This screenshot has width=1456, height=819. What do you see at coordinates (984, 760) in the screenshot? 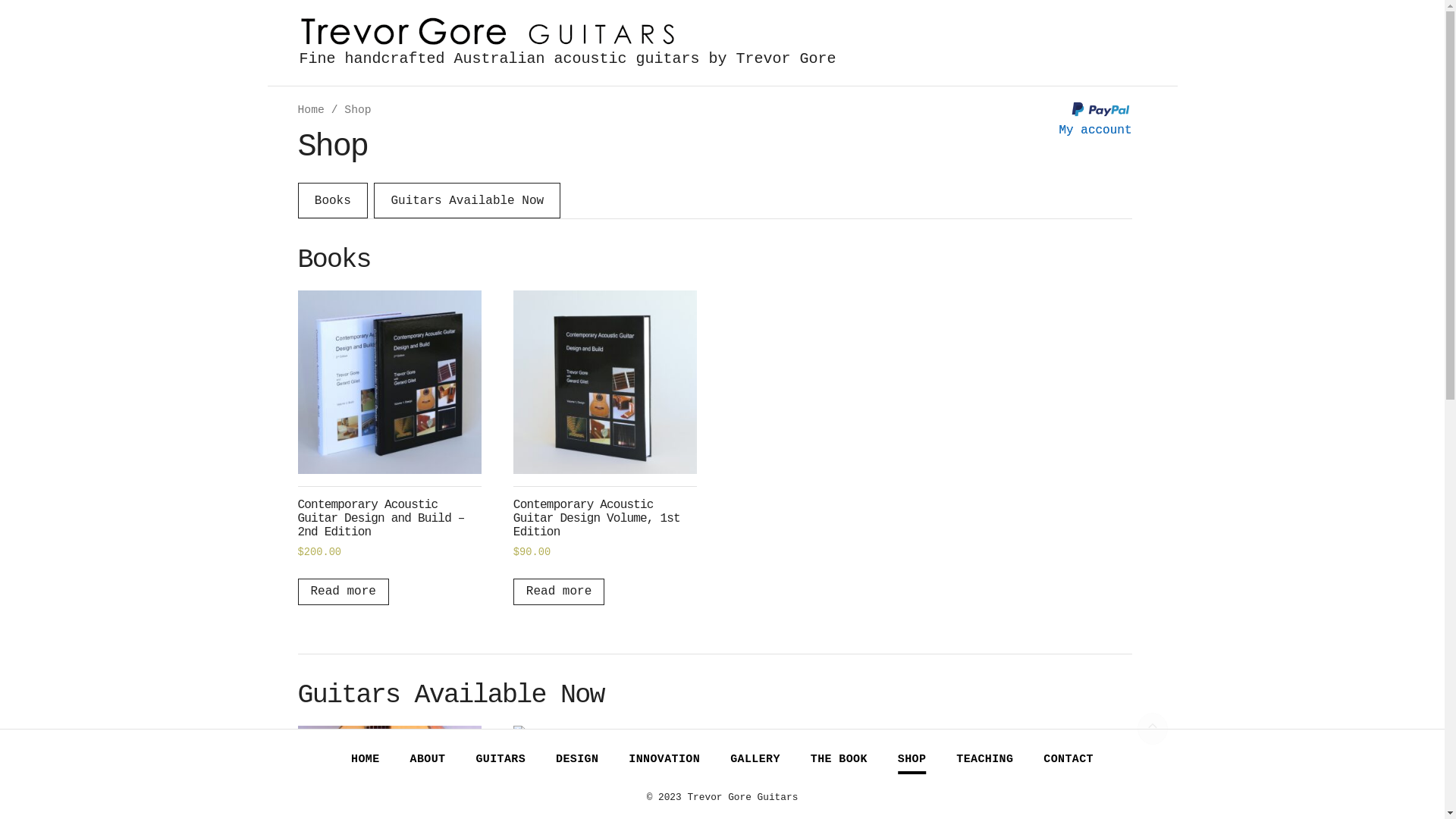
I see `'TEACHING'` at bounding box center [984, 760].